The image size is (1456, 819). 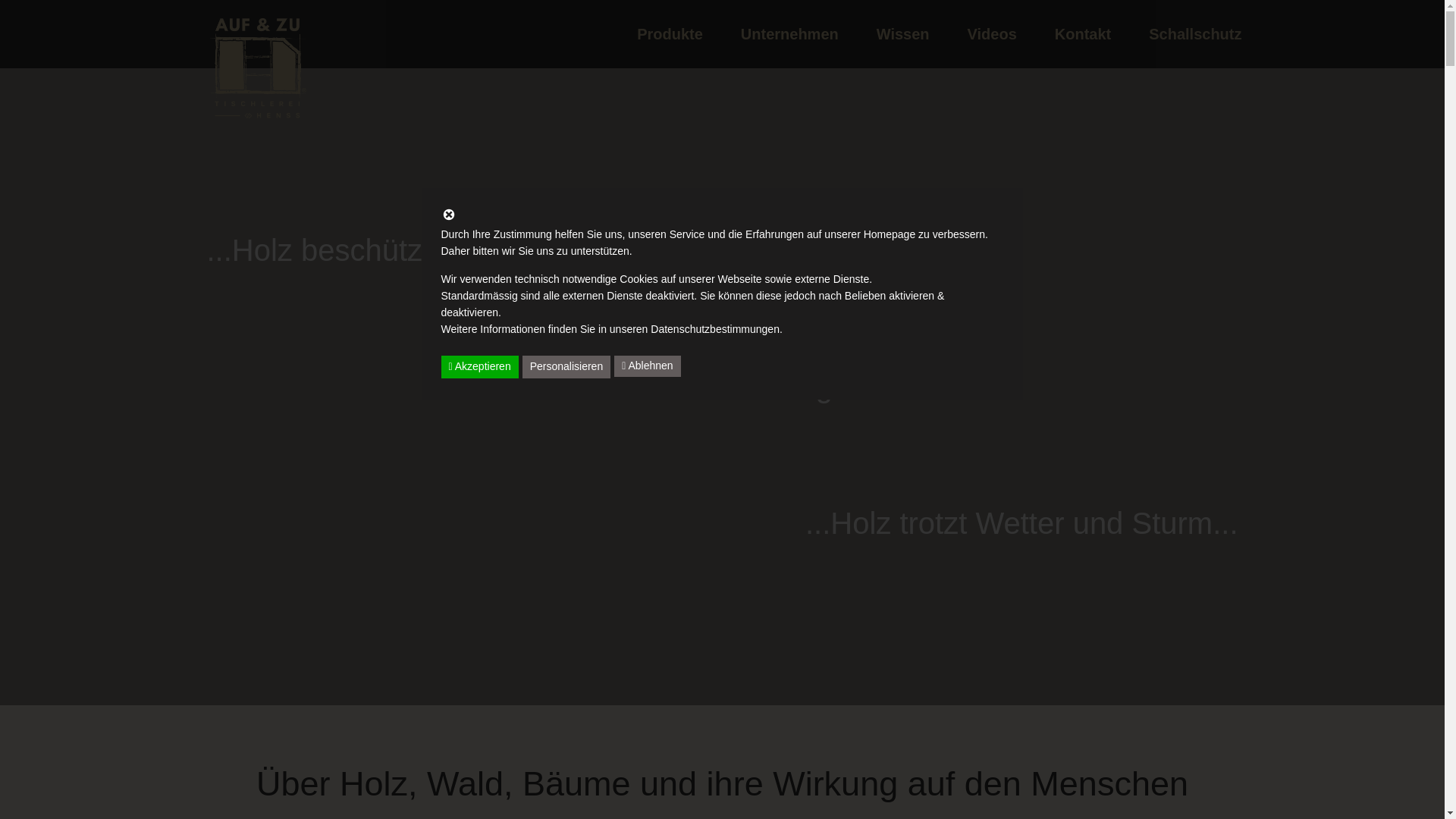 What do you see at coordinates (789, 34) in the screenshot?
I see `'Unternehmen'` at bounding box center [789, 34].